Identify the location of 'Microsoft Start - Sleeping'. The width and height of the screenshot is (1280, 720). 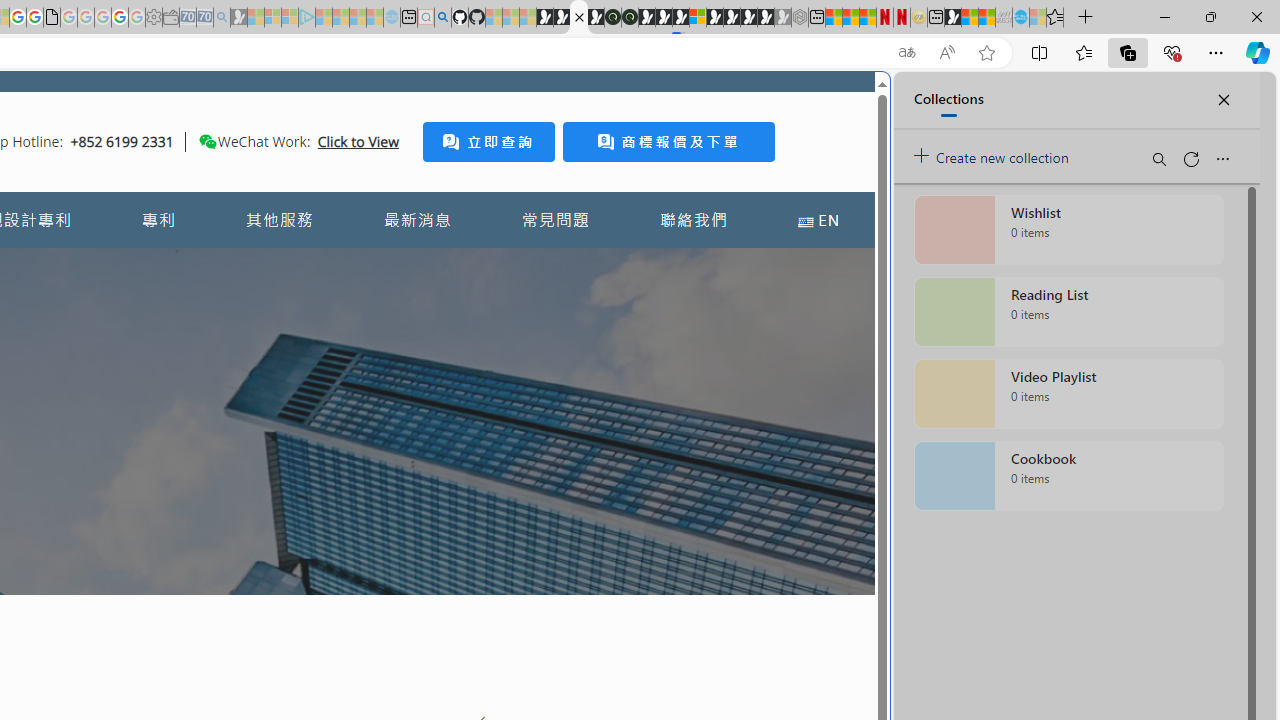
(357, 17).